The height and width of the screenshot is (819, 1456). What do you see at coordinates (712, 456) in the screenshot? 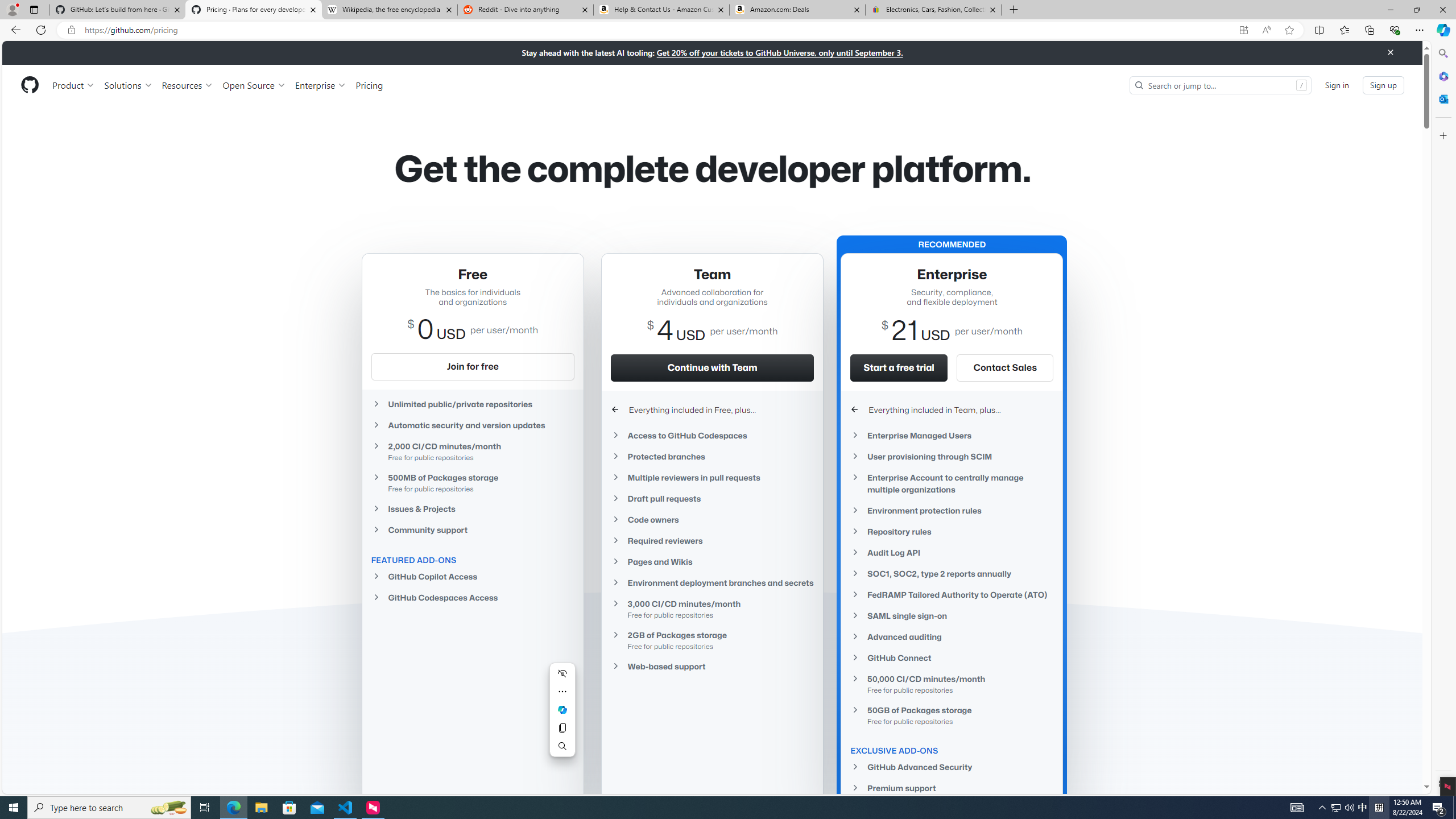
I see `'Protected branches'` at bounding box center [712, 456].